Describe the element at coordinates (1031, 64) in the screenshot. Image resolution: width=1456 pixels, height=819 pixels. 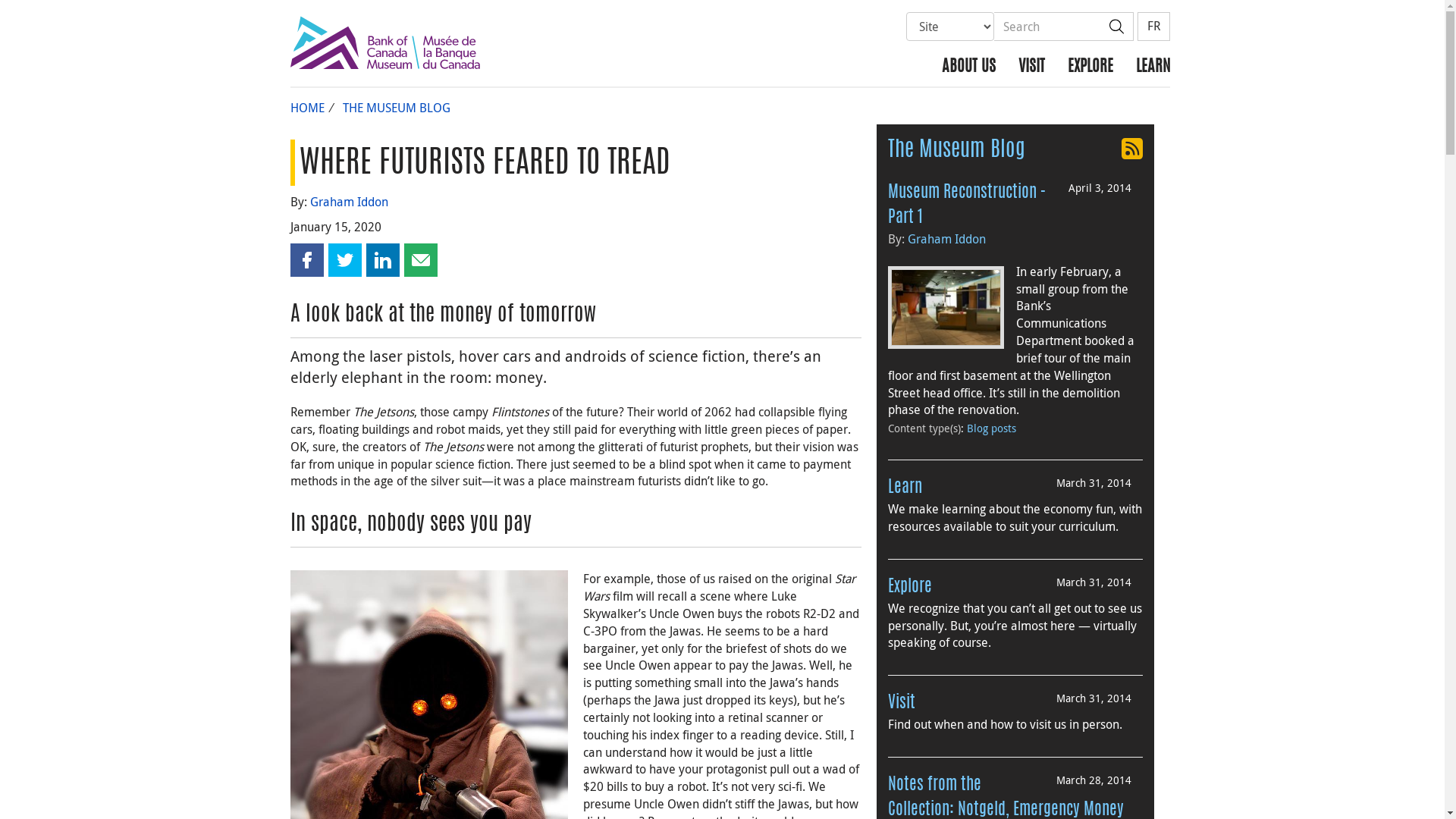
I see `'VISIT'` at that location.